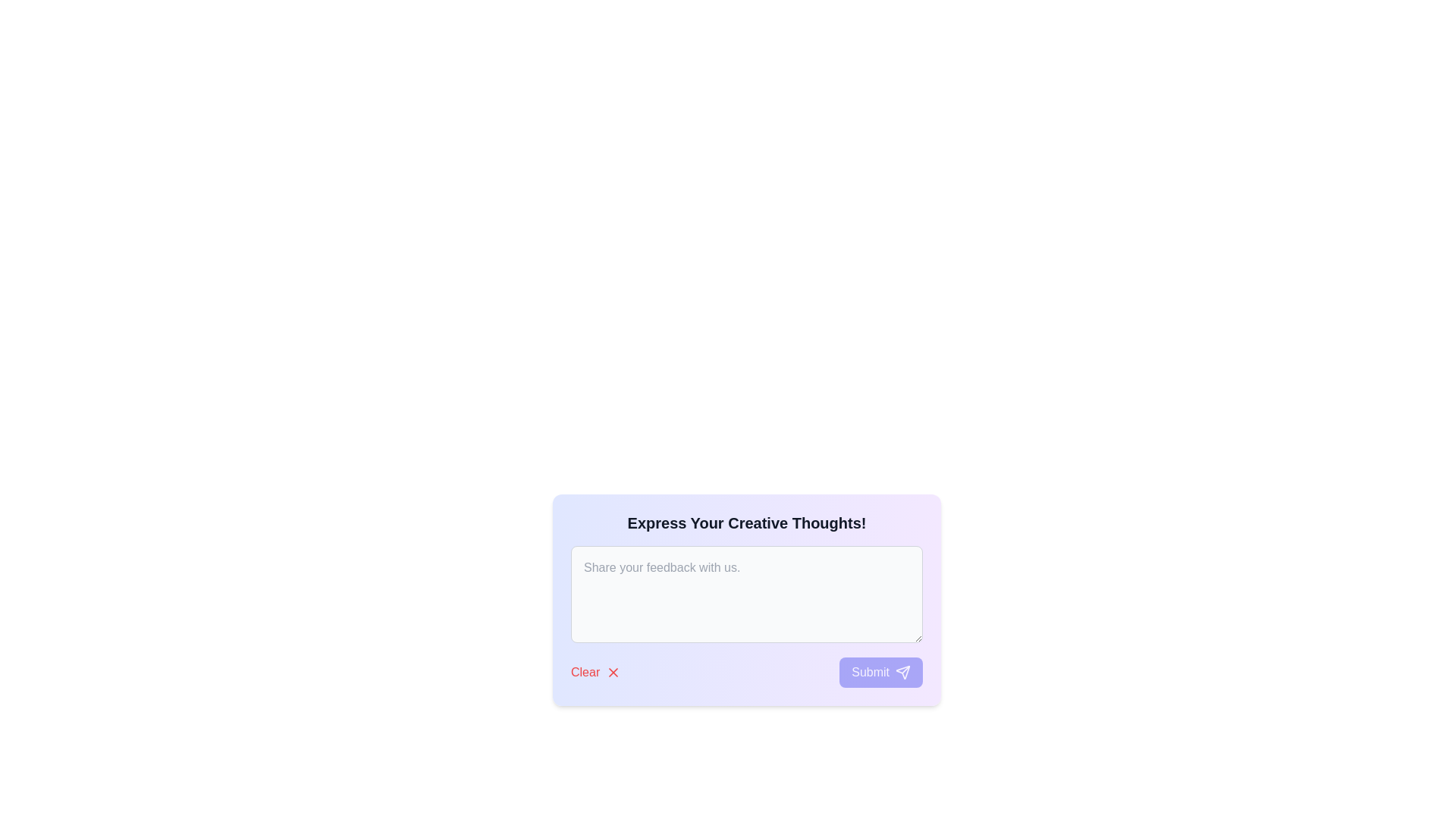 Image resolution: width=1456 pixels, height=819 pixels. Describe the element at coordinates (613, 672) in the screenshot. I see `the 'X' mark icon located to the right of the 'Clear' text in the feedback form area, which is styled in a bold line style and has a minimalist design` at that location.